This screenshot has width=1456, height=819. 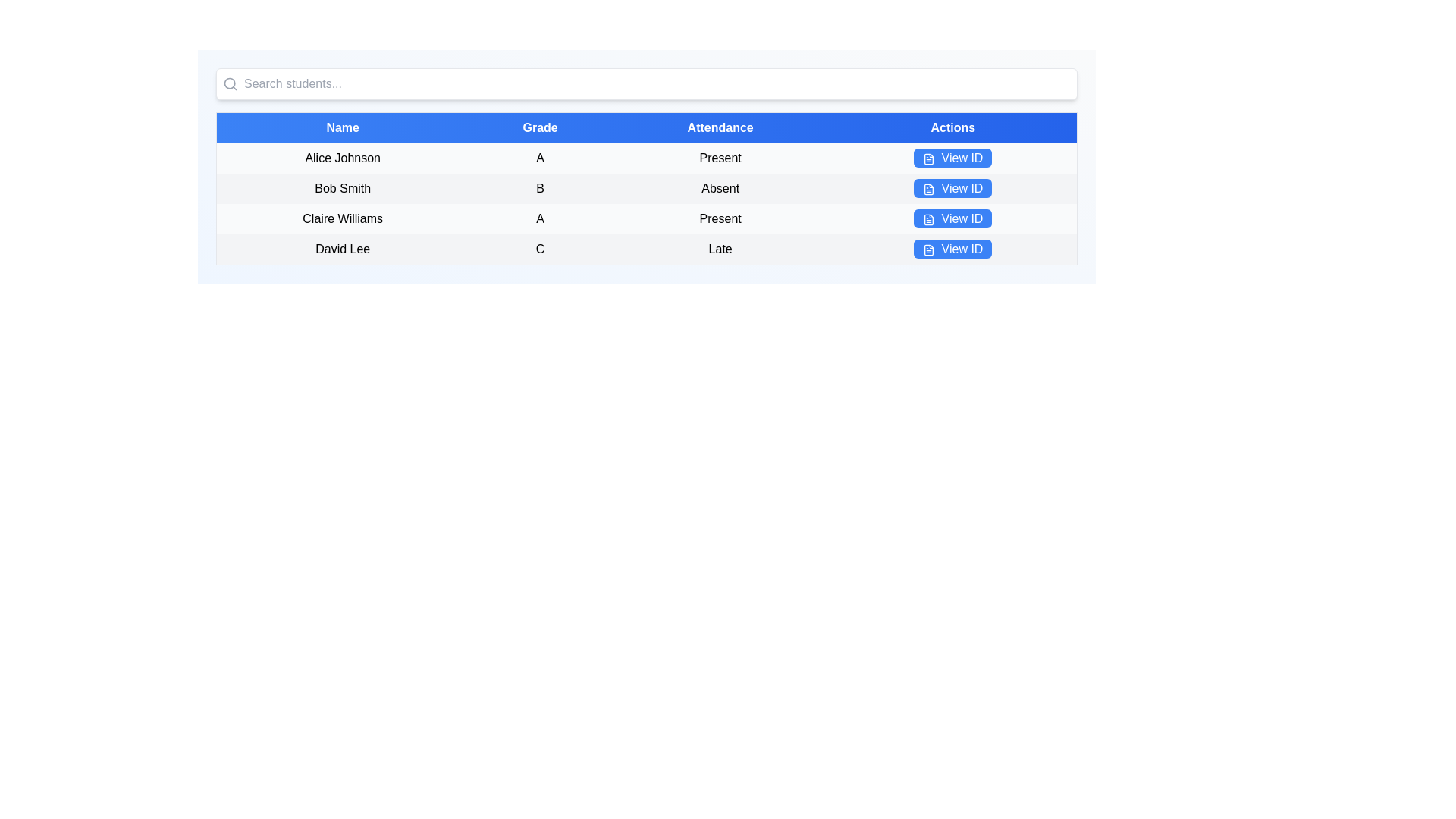 What do you see at coordinates (720, 158) in the screenshot?
I see `the Static Text Label displaying 'Present' in bold style, located in the 'Attendance' column of the table row for student Alice Johnson` at bounding box center [720, 158].